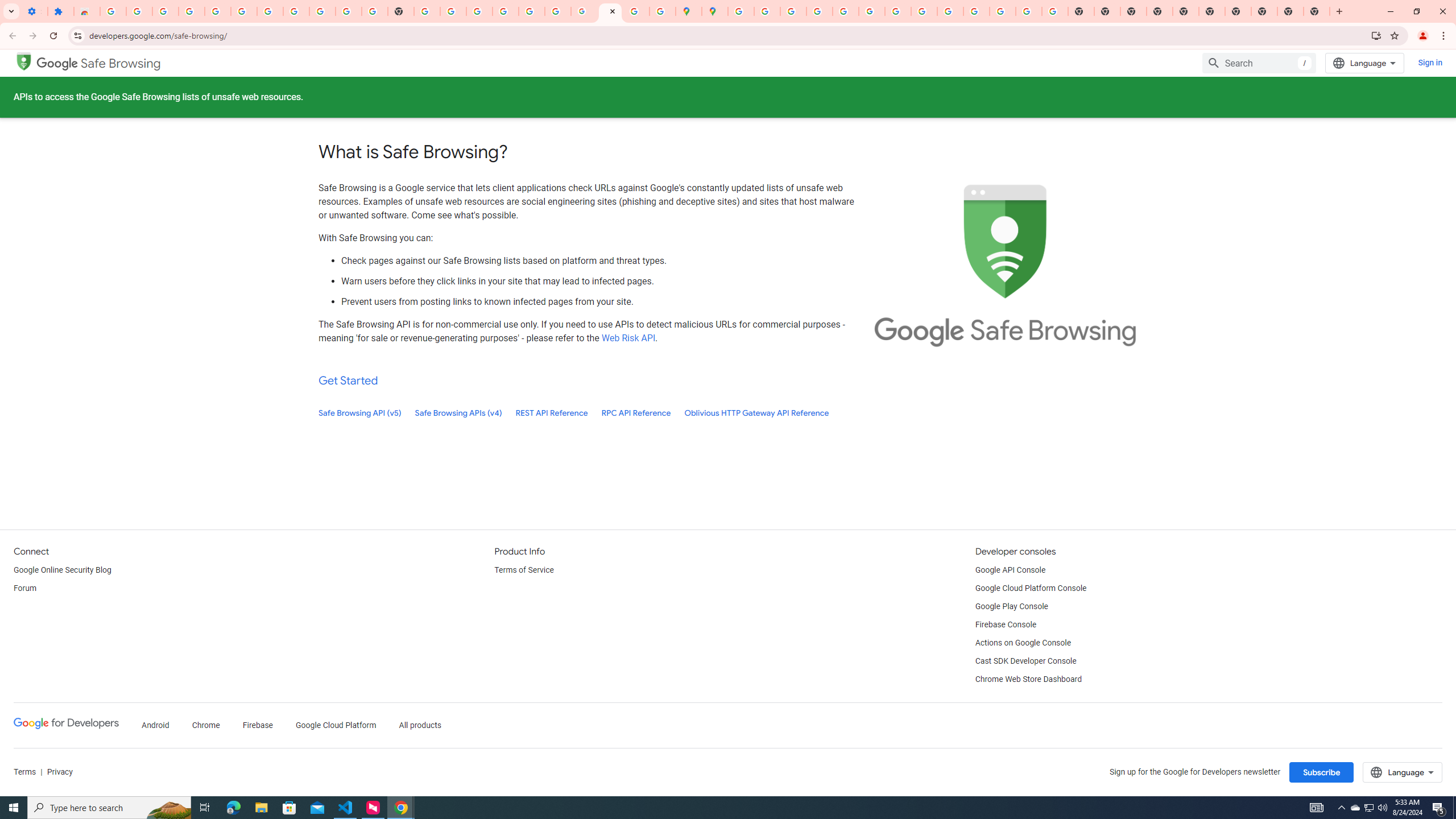 The height and width of the screenshot is (819, 1456). What do you see at coordinates (523, 570) in the screenshot?
I see `'Terms of Service'` at bounding box center [523, 570].